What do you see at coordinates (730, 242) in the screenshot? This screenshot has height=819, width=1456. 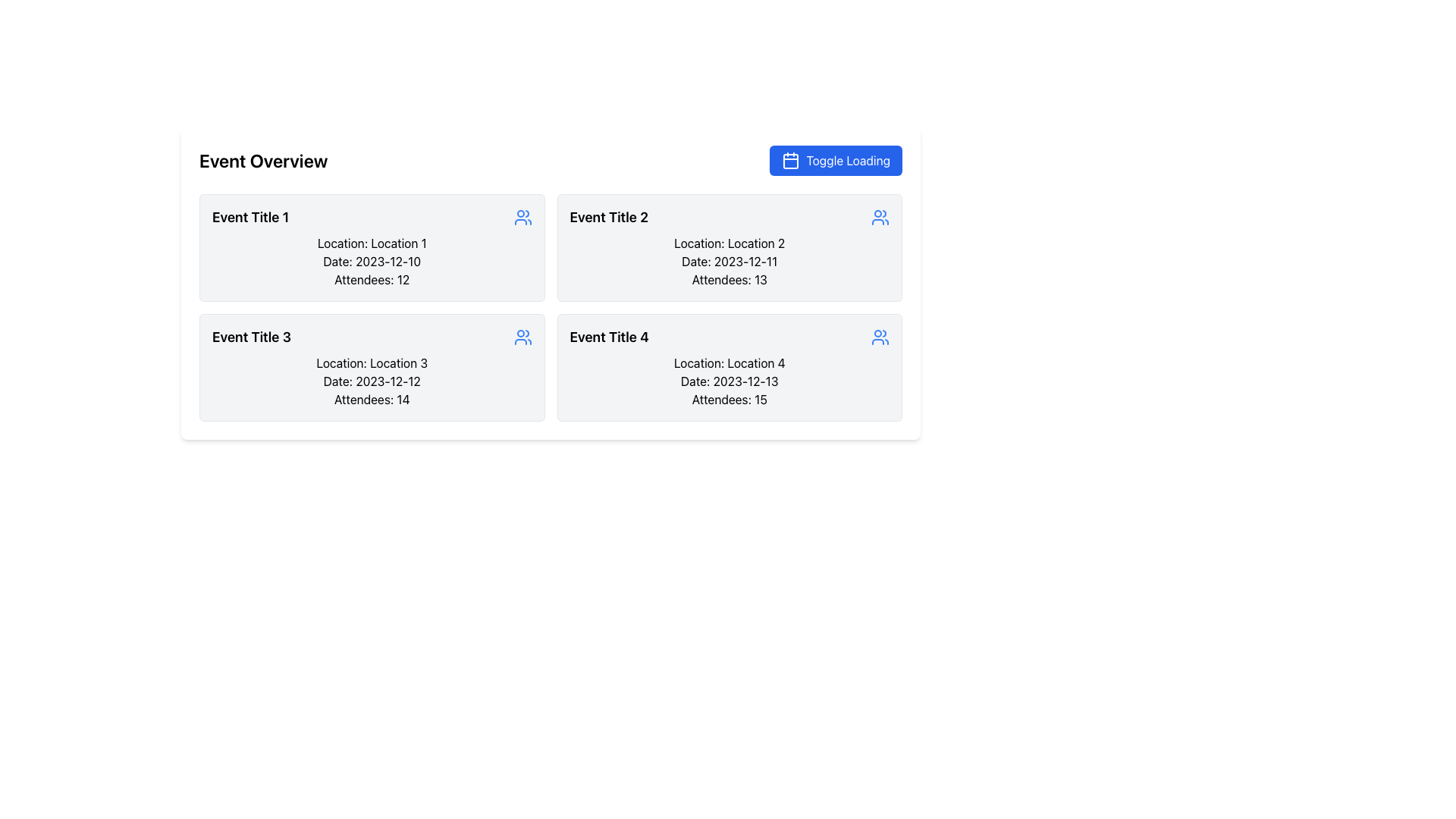 I see `contents of the Text label displaying the location associated with 'Event Title 2', which is located within the second card in a grid layout` at bounding box center [730, 242].